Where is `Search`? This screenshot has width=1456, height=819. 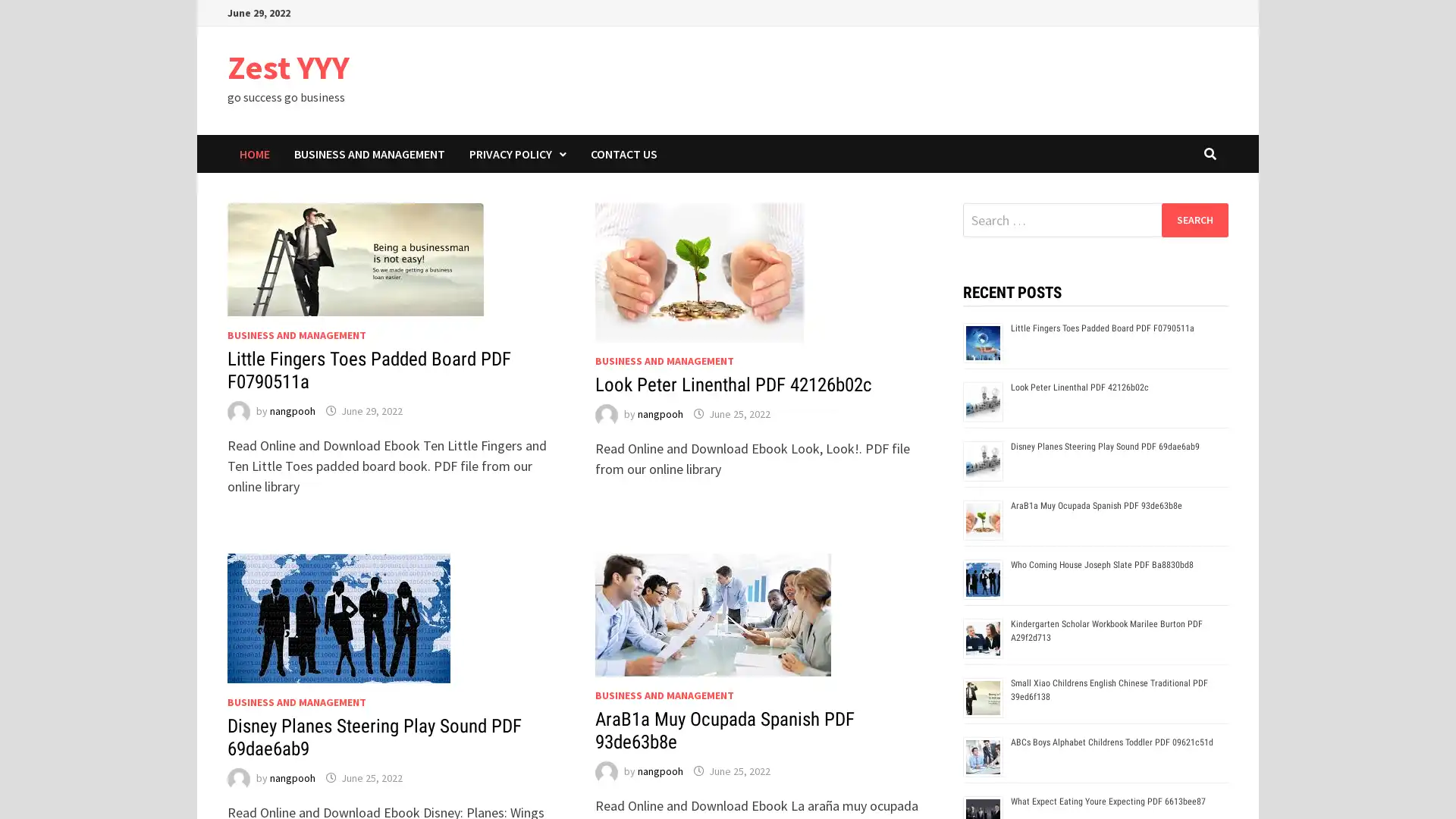
Search is located at coordinates (1194, 219).